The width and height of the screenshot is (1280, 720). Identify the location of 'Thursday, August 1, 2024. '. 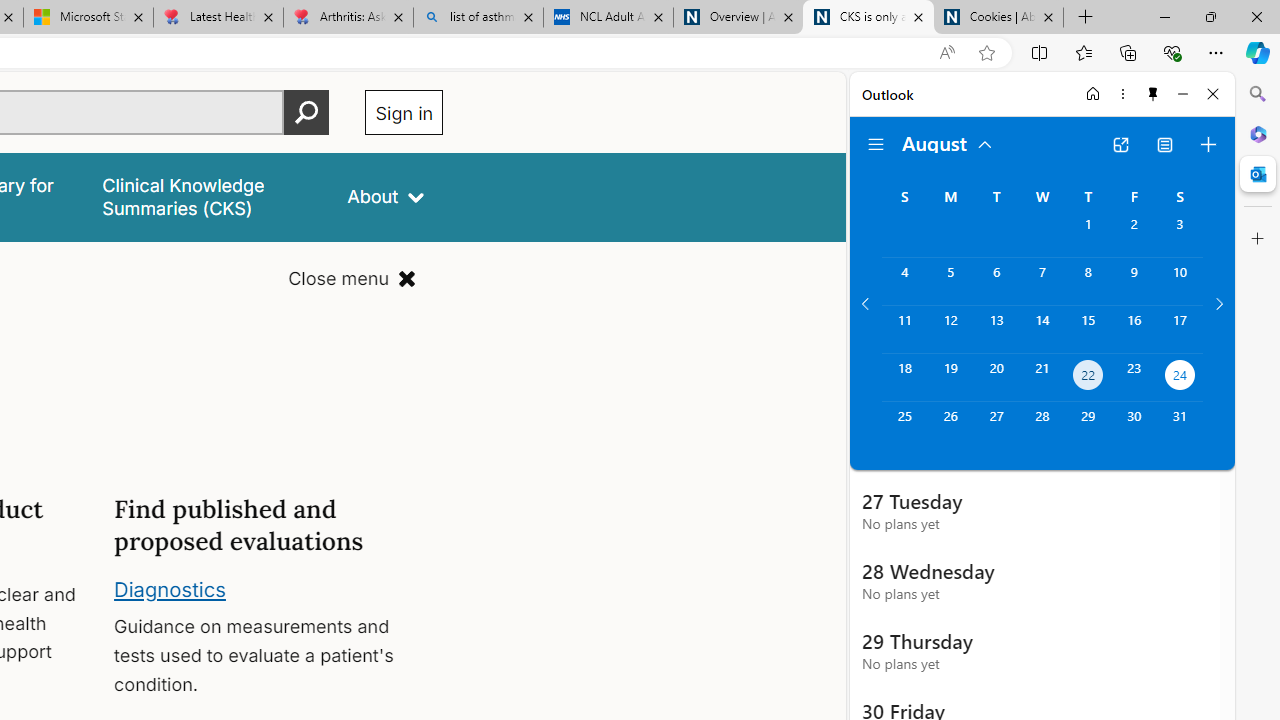
(1087, 232).